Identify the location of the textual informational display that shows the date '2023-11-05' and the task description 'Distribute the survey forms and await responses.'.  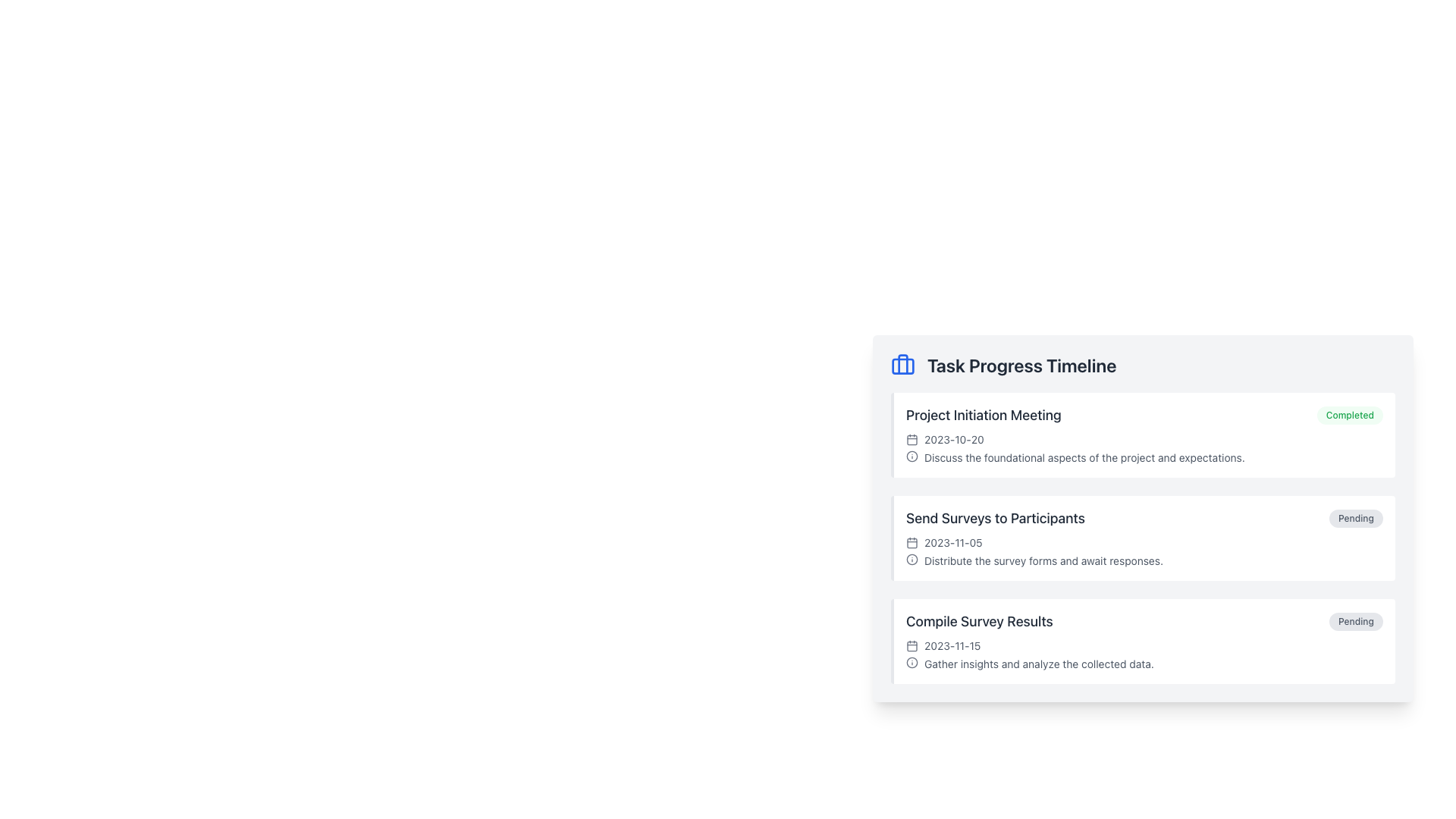
(1144, 552).